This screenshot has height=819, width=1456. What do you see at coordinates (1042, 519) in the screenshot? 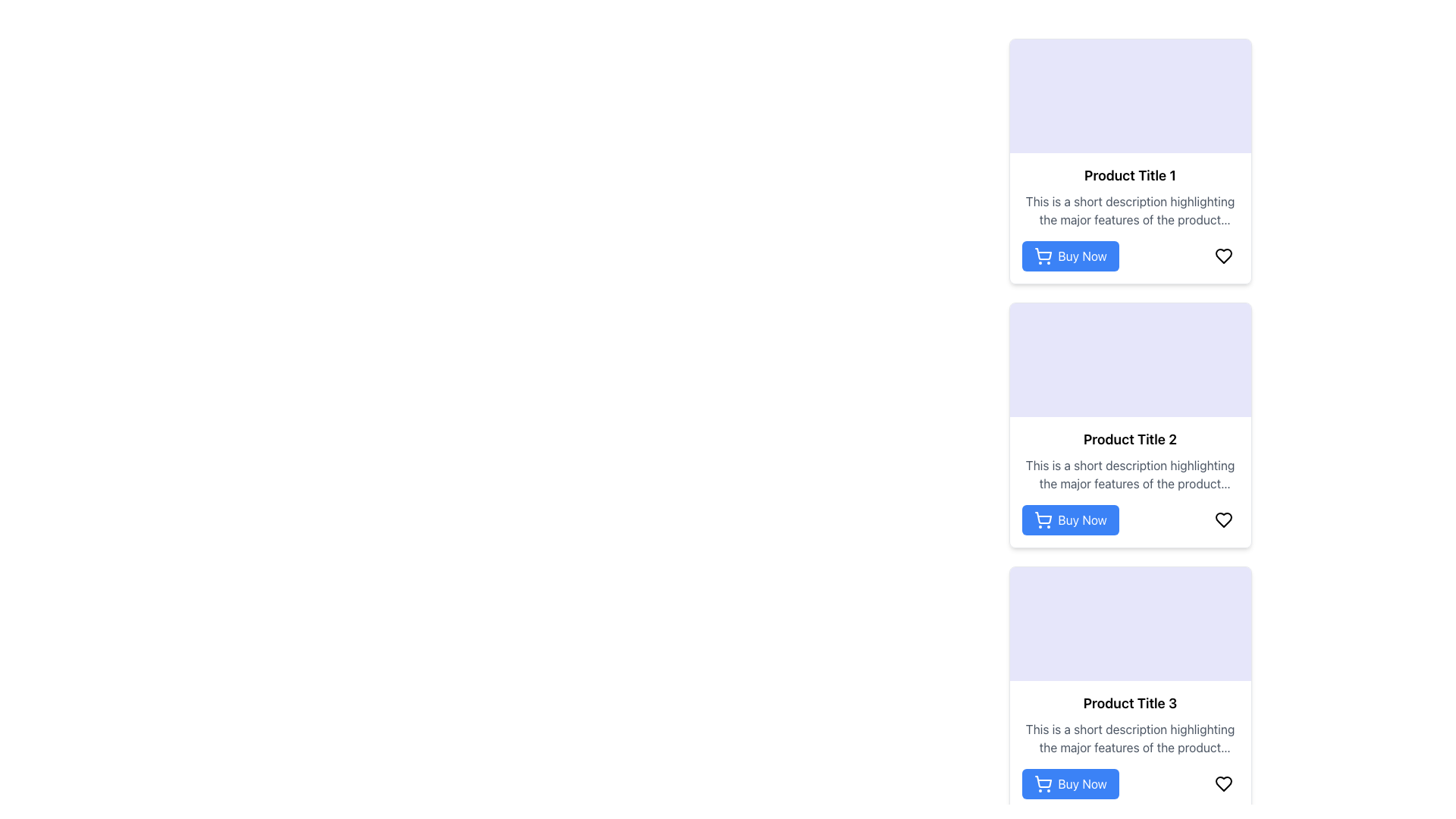
I see `the cart icon within the 'Buy Now' button located at the bottom of the 'Product Title 2' product card` at bounding box center [1042, 519].